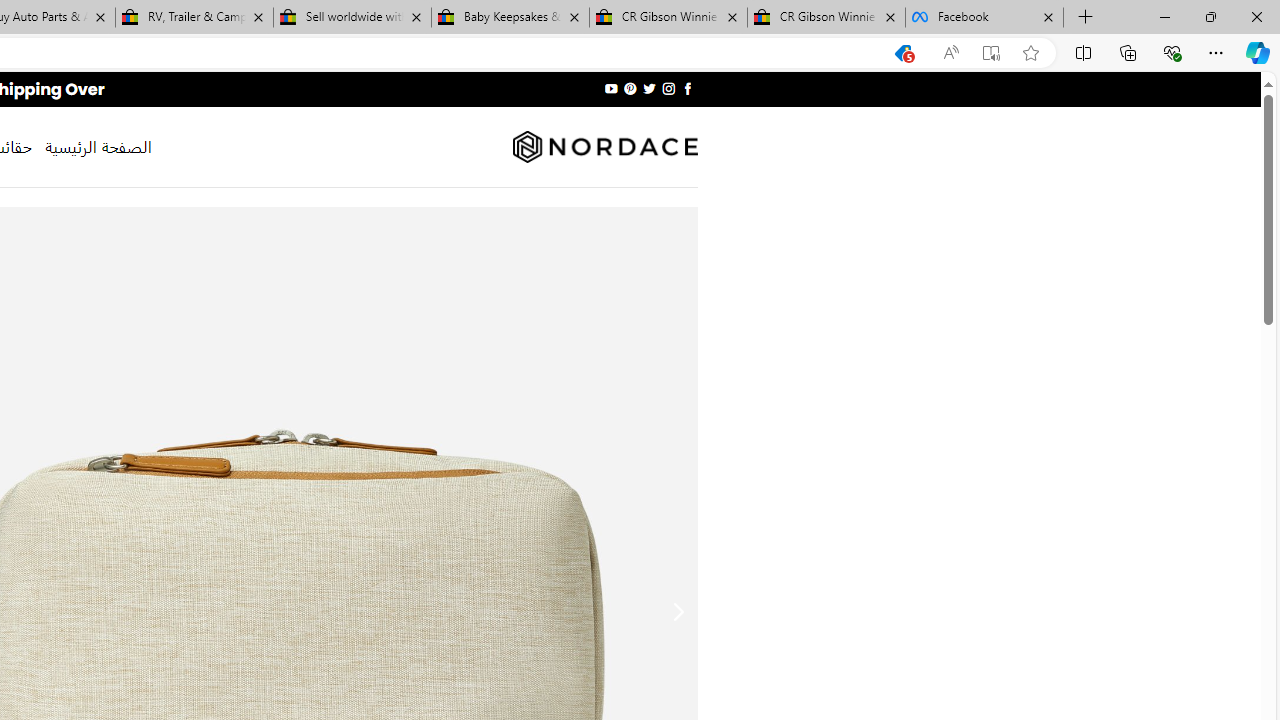  What do you see at coordinates (1164, 16) in the screenshot?
I see `'Minimize'` at bounding box center [1164, 16].